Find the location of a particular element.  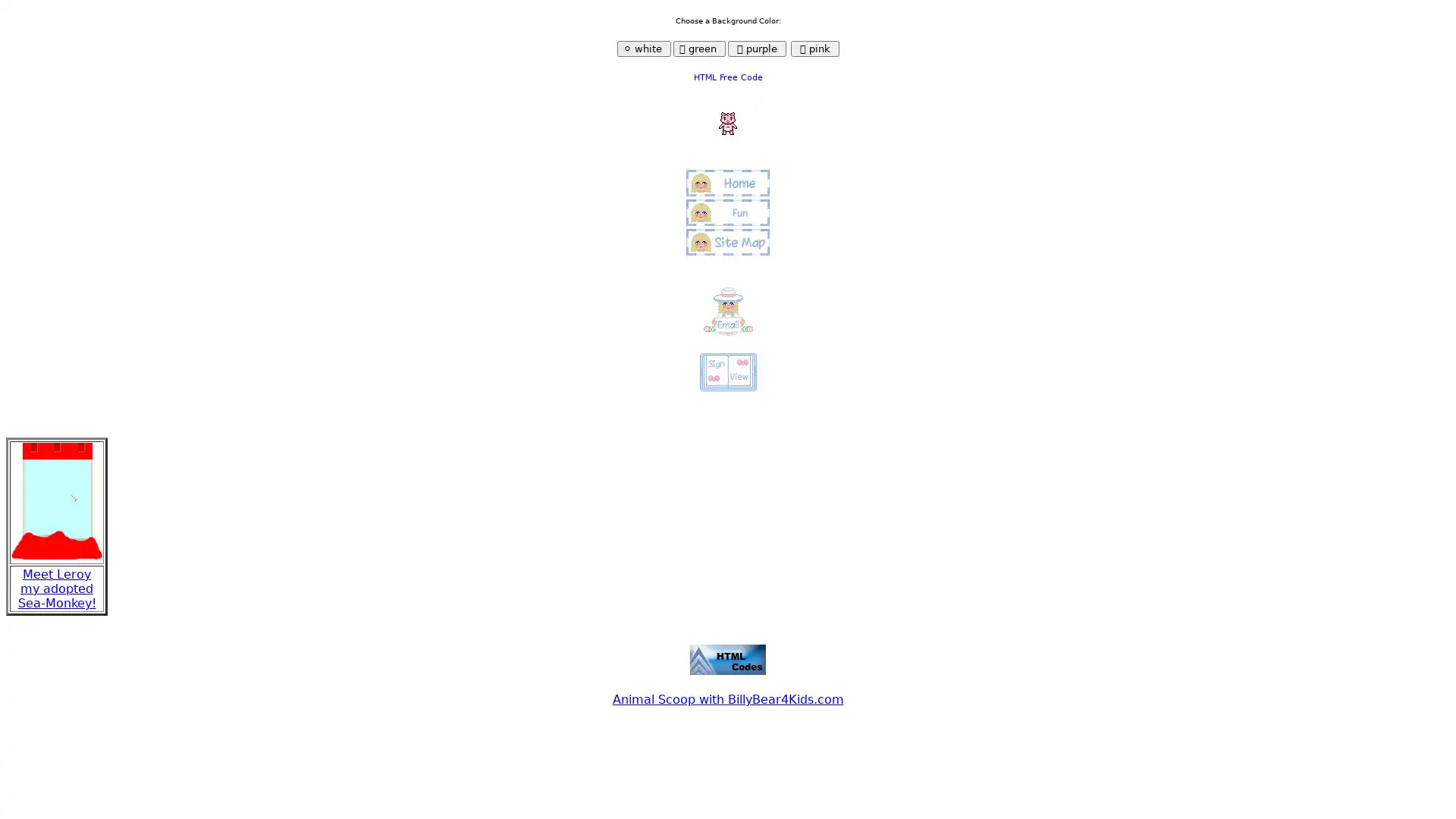

white is located at coordinates (643, 48).